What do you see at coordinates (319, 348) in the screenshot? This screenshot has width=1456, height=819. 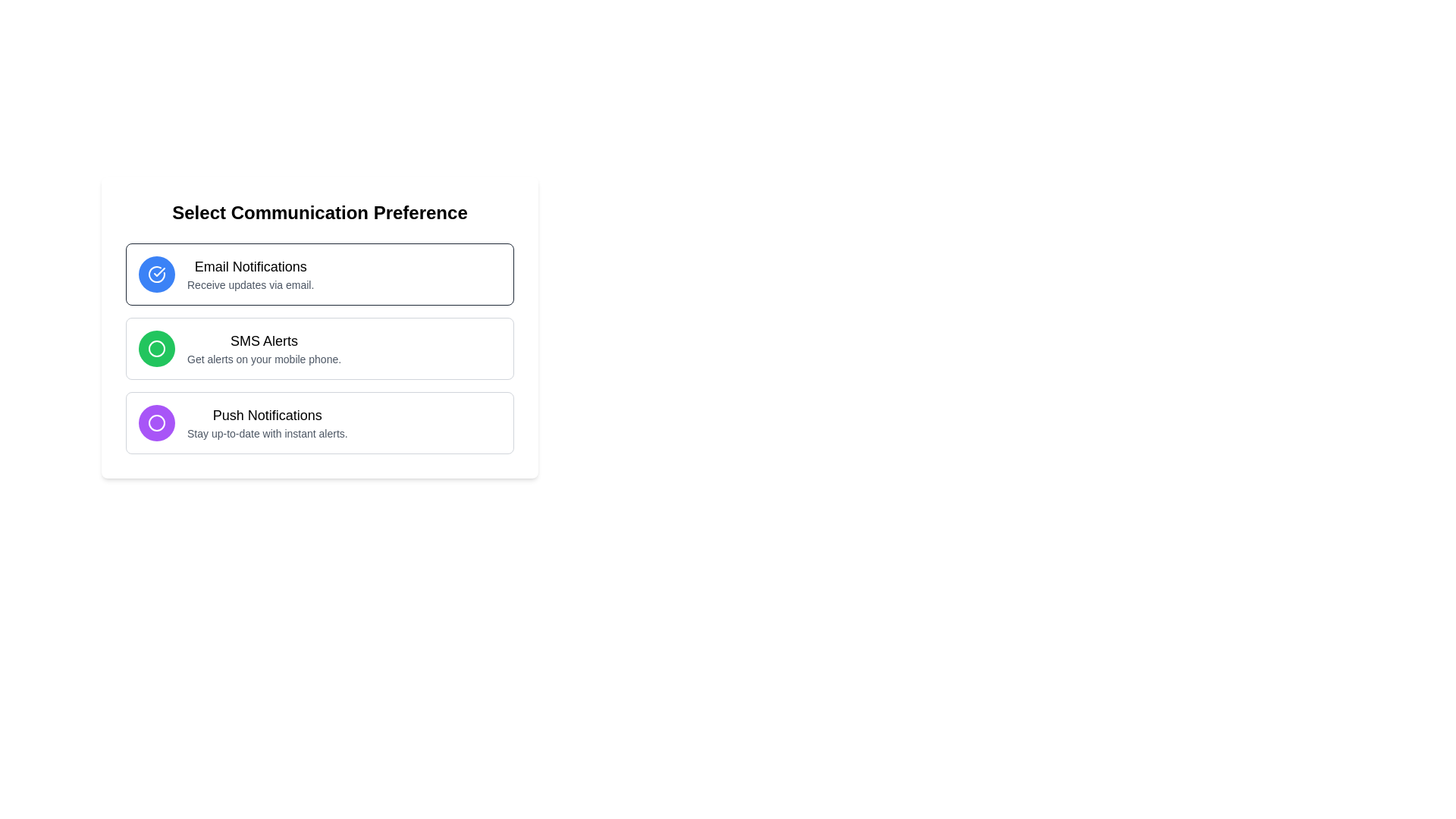 I see `the second selectable option in the list, titled 'SMS Alerts', which is part of the communication preferences cards` at bounding box center [319, 348].